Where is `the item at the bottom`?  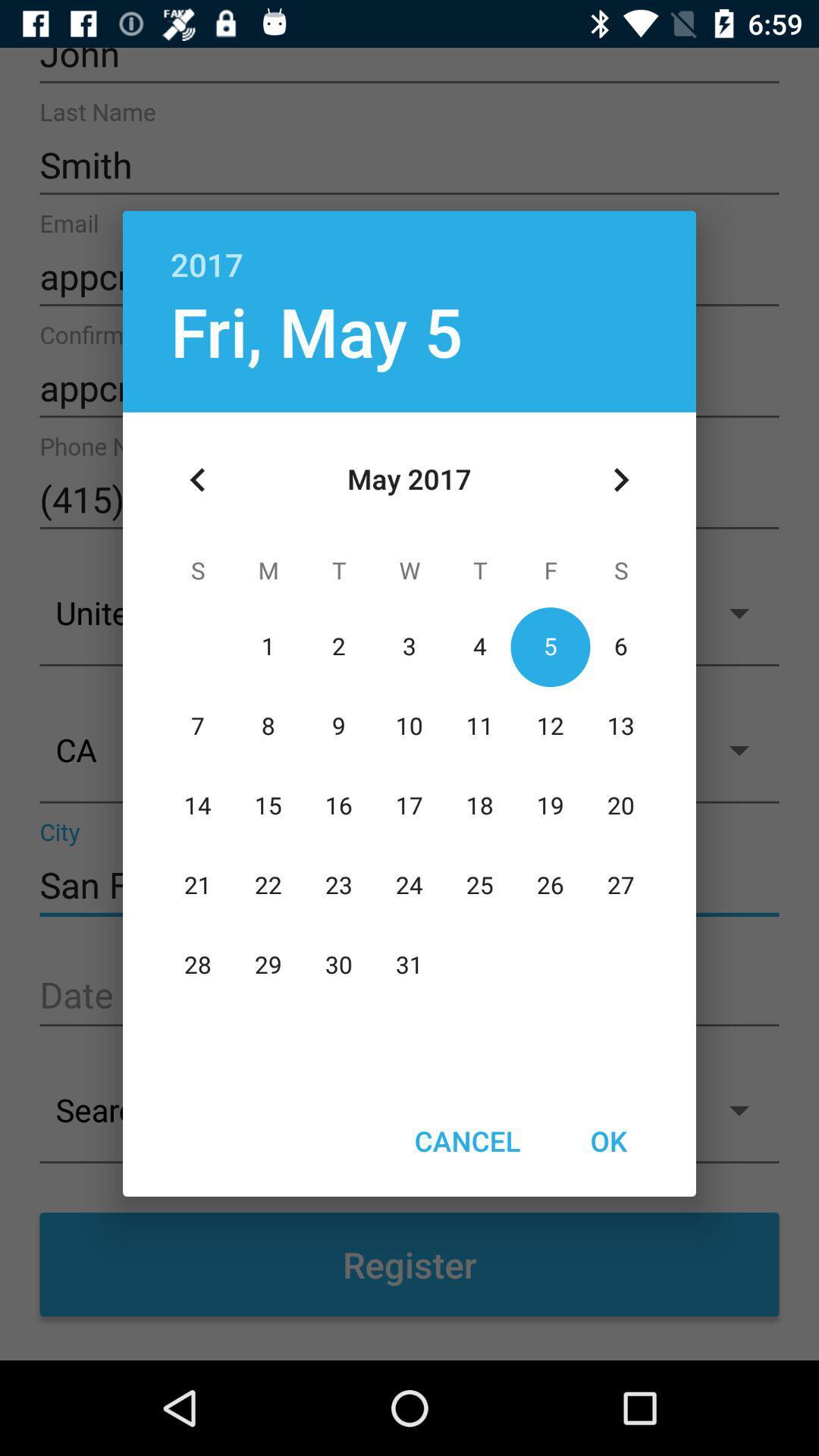
the item at the bottom is located at coordinates (466, 1141).